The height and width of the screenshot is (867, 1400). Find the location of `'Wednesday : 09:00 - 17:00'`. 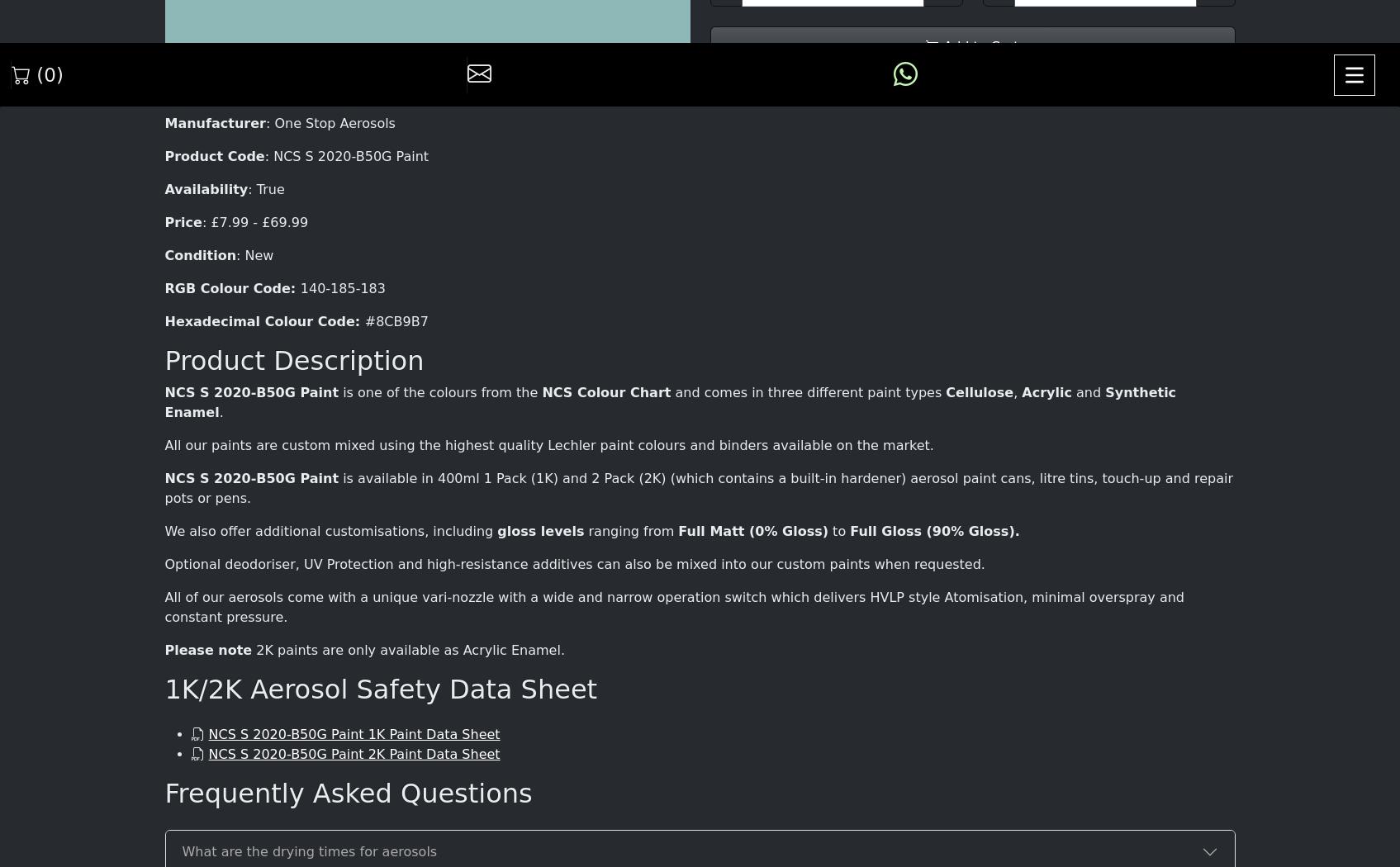

'Wednesday : 09:00 - 17:00' is located at coordinates (425, 579).